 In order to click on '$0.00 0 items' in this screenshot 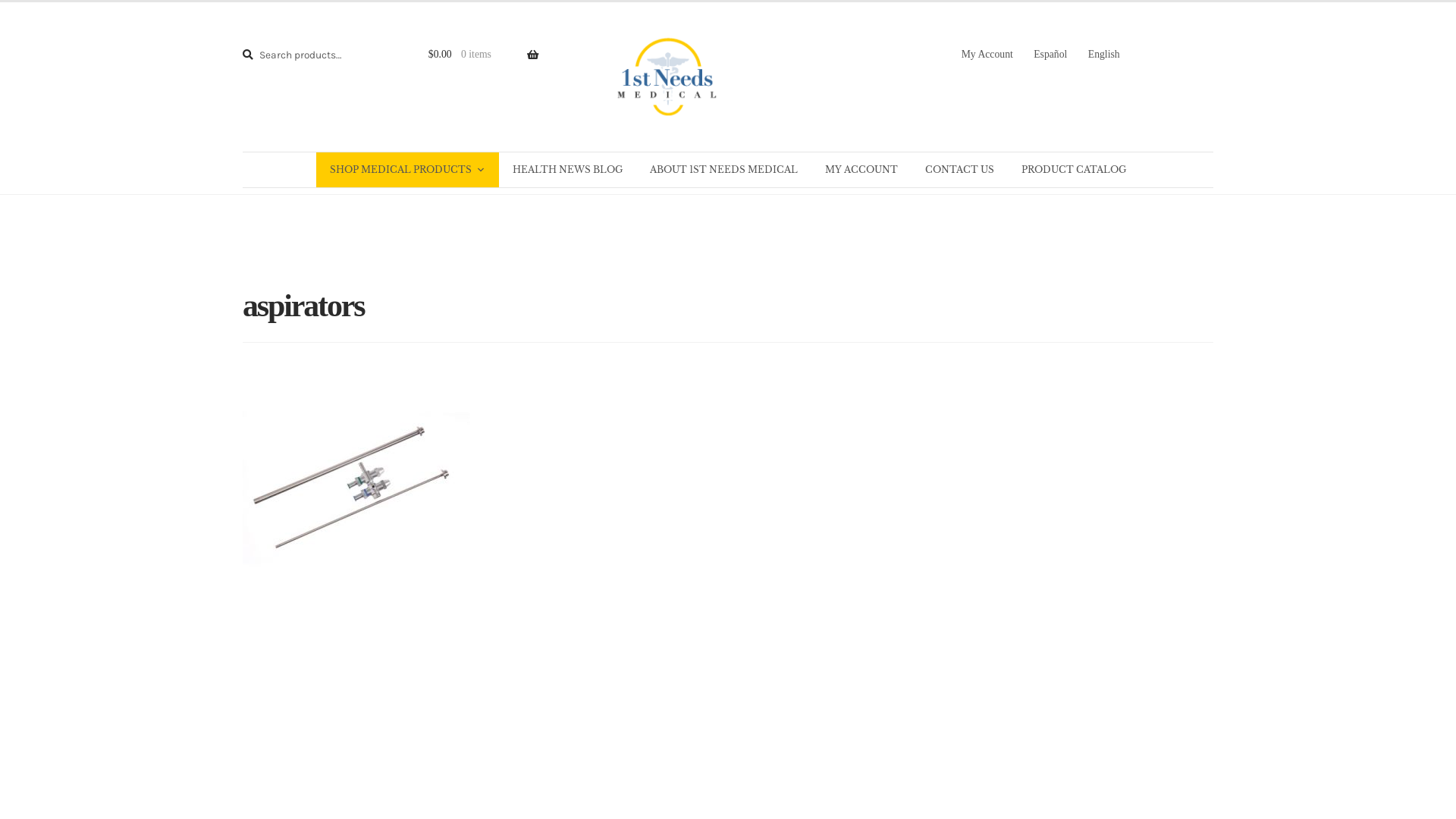, I will do `click(474, 54)`.